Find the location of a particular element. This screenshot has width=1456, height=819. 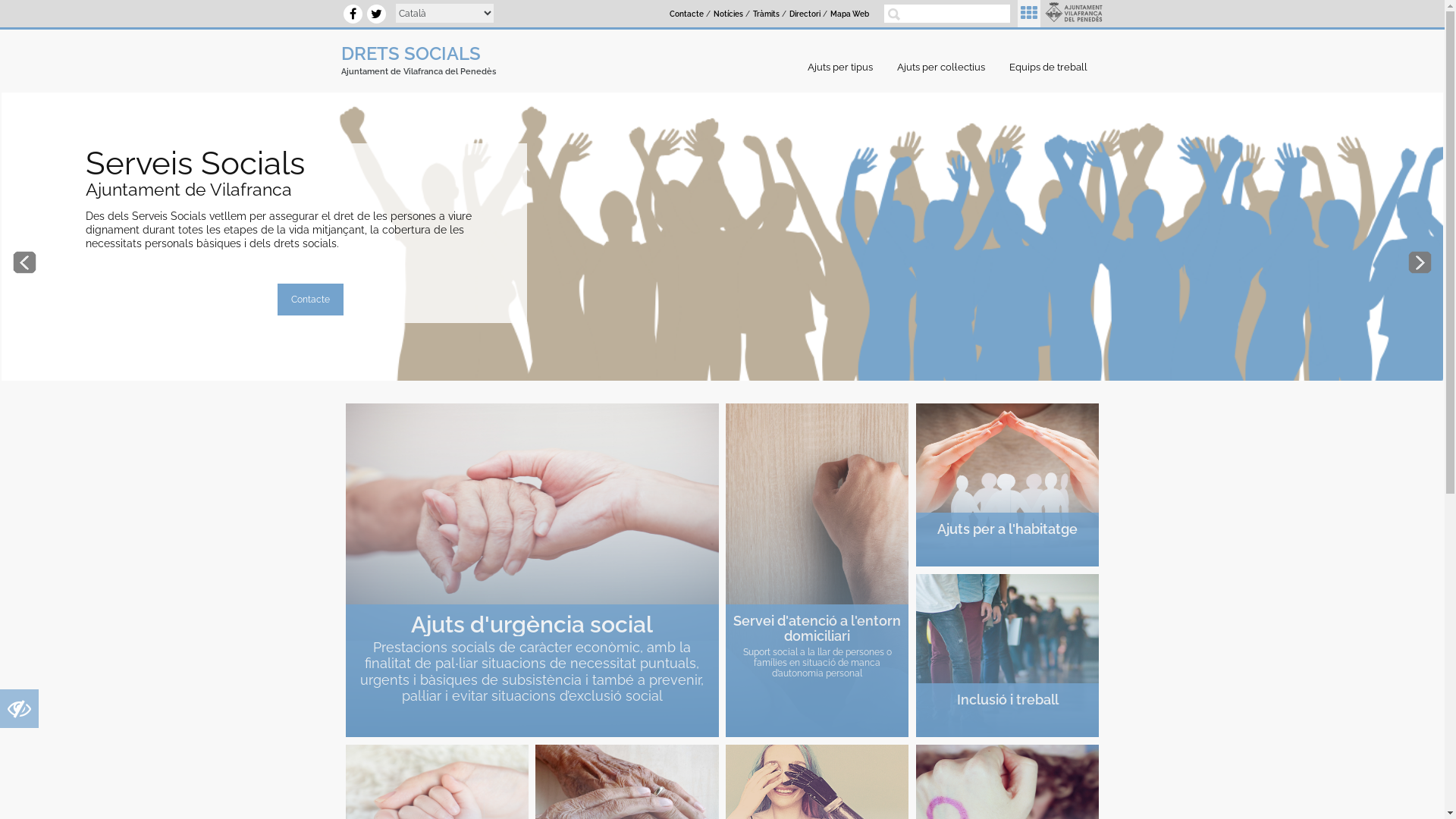

'Equips de treball' is located at coordinates (1051, 66).